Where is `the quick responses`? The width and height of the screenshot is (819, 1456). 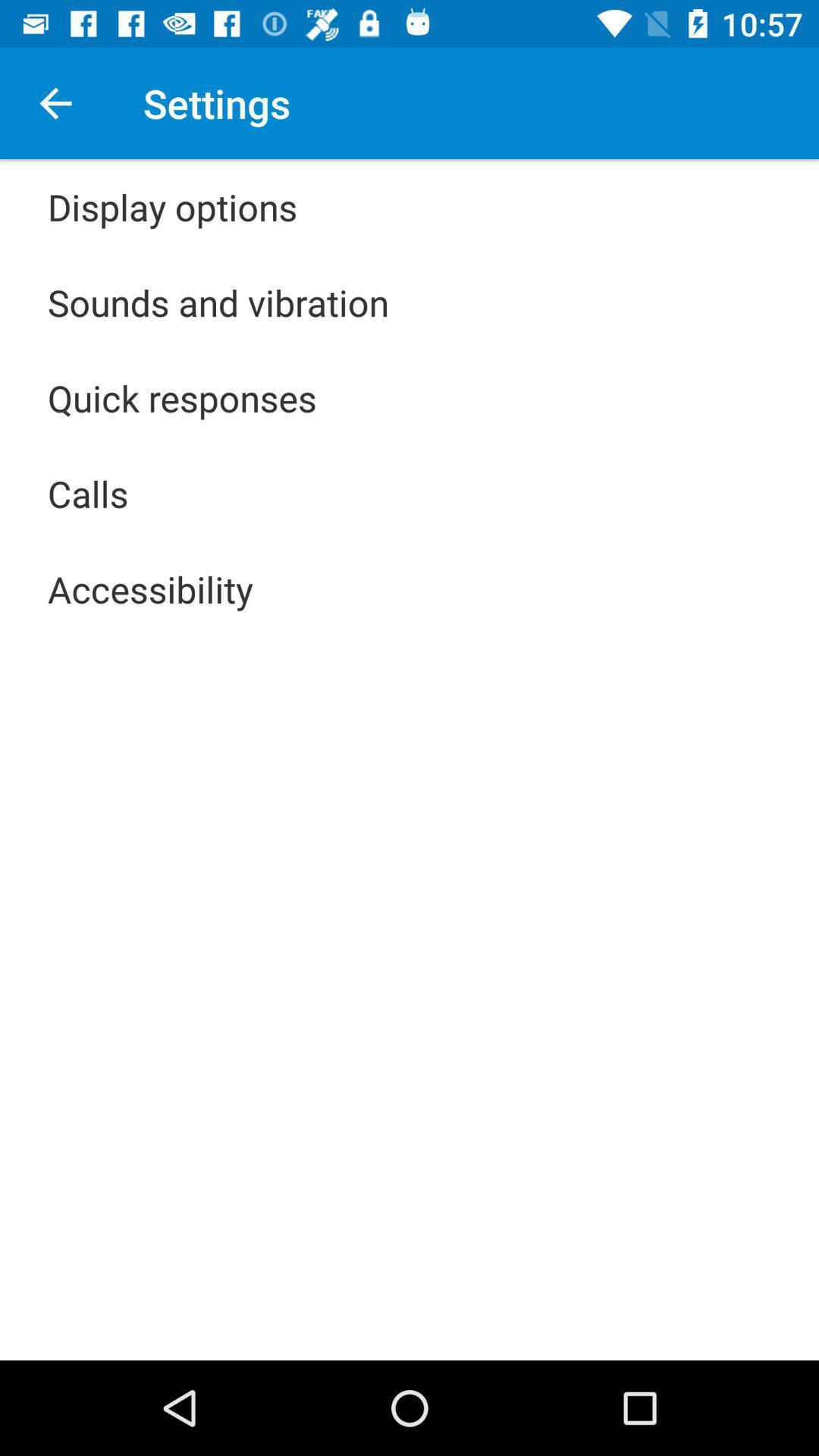
the quick responses is located at coordinates (181, 397).